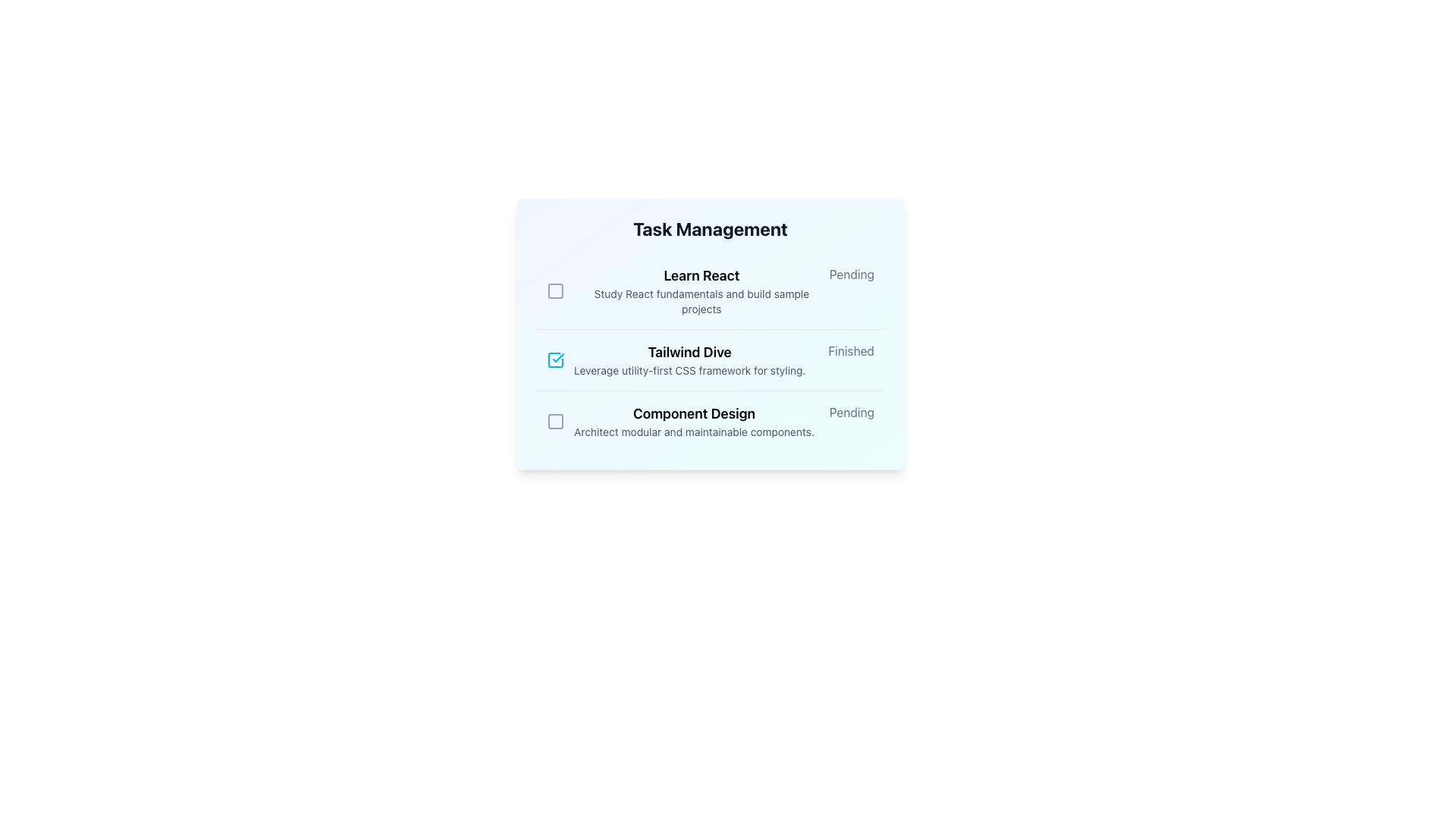  Describe the element at coordinates (689, 353) in the screenshot. I see `the 'Tailwind Dive' text in bold font style located in the second row of the task management section for navigation or detailed view` at that location.